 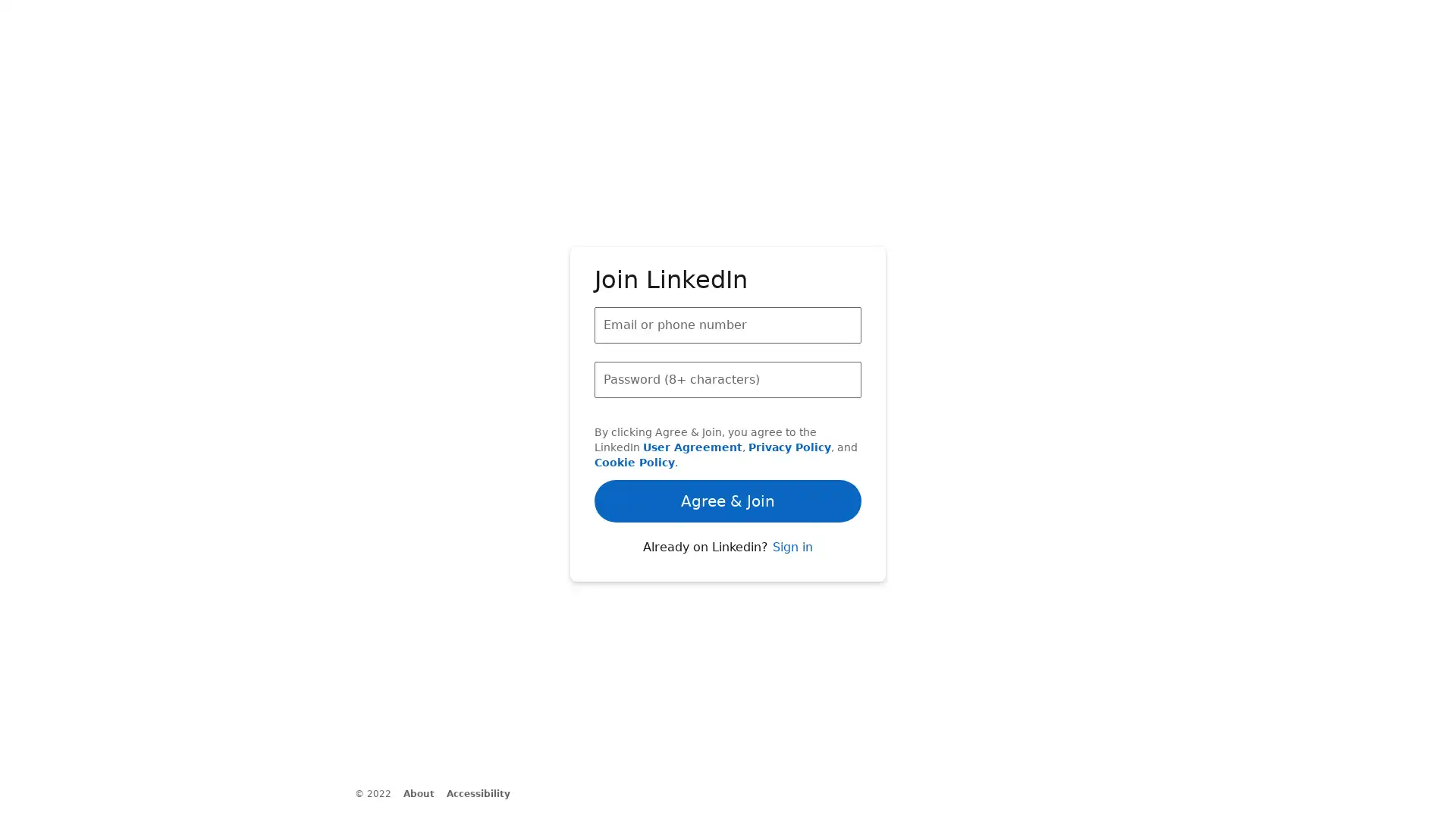 What do you see at coordinates (728, 450) in the screenshot?
I see `Agree & Join` at bounding box center [728, 450].